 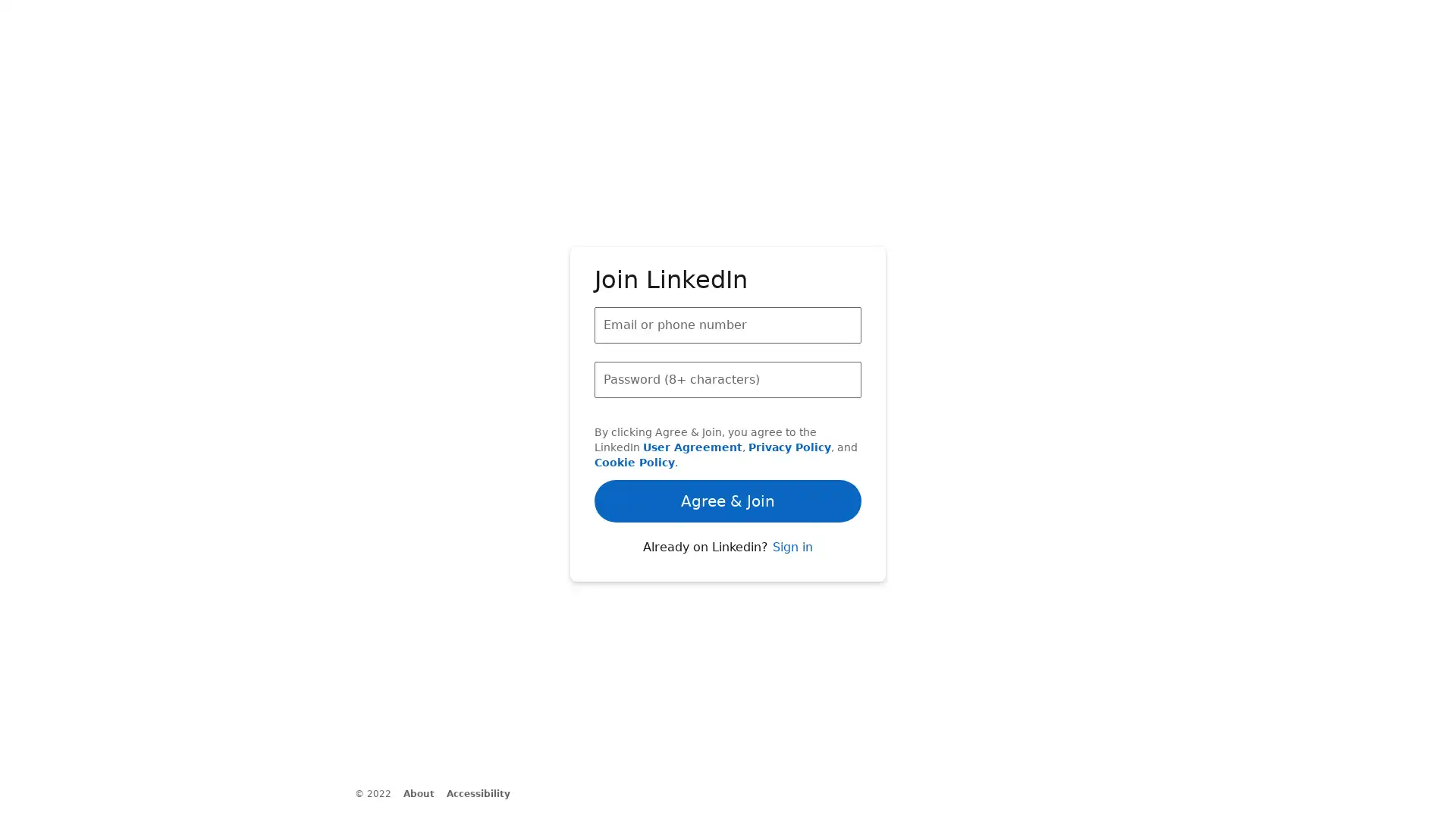 What do you see at coordinates (728, 450) in the screenshot?
I see `Agree & Join` at bounding box center [728, 450].